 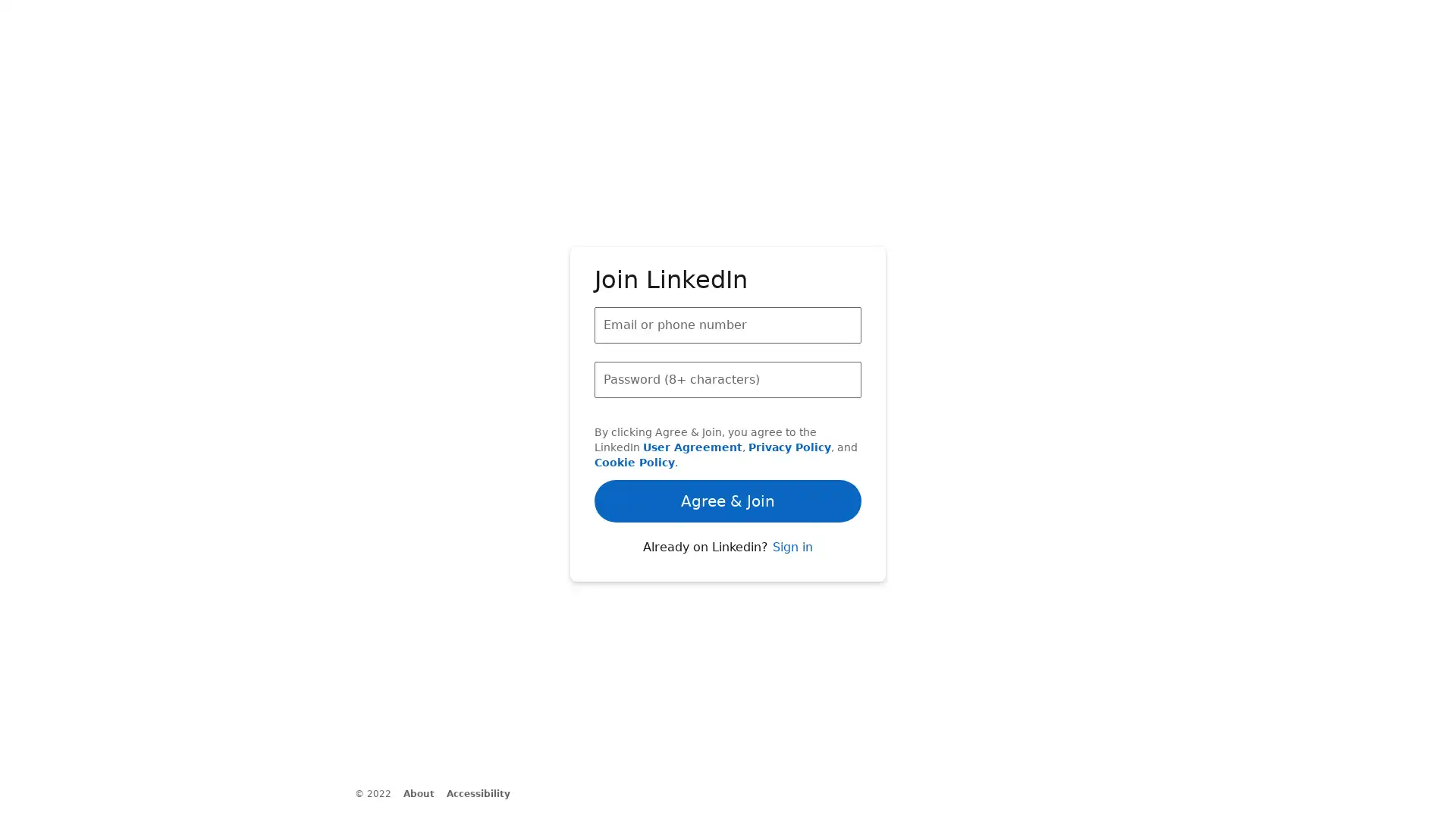 What do you see at coordinates (728, 450) in the screenshot?
I see `Agree & Join` at bounding box center [728, 450].